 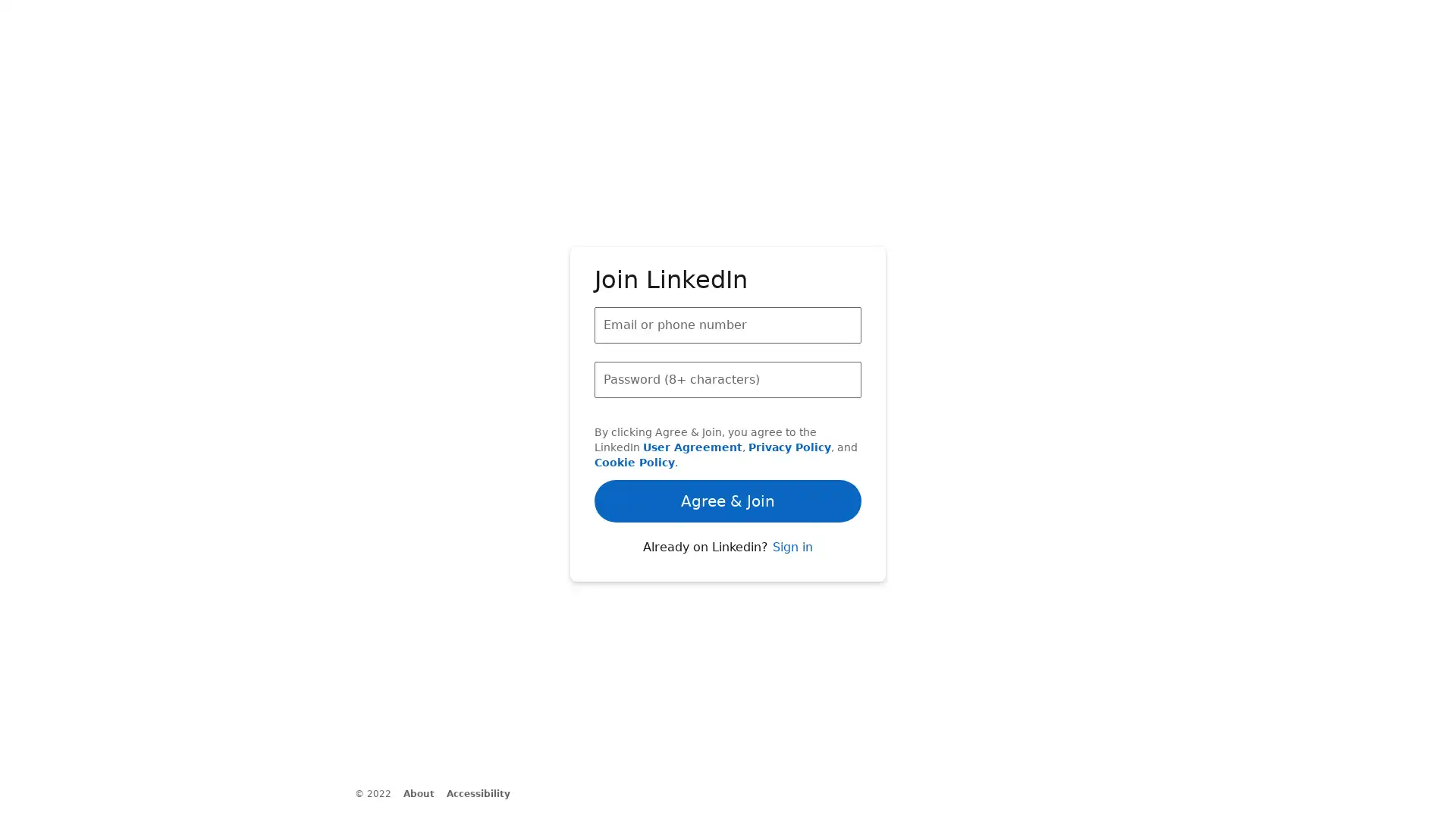 What do you see at coordinates (728, 450) in the screenshot?
I see `Agree & Join` at bounding box center [728, 450].